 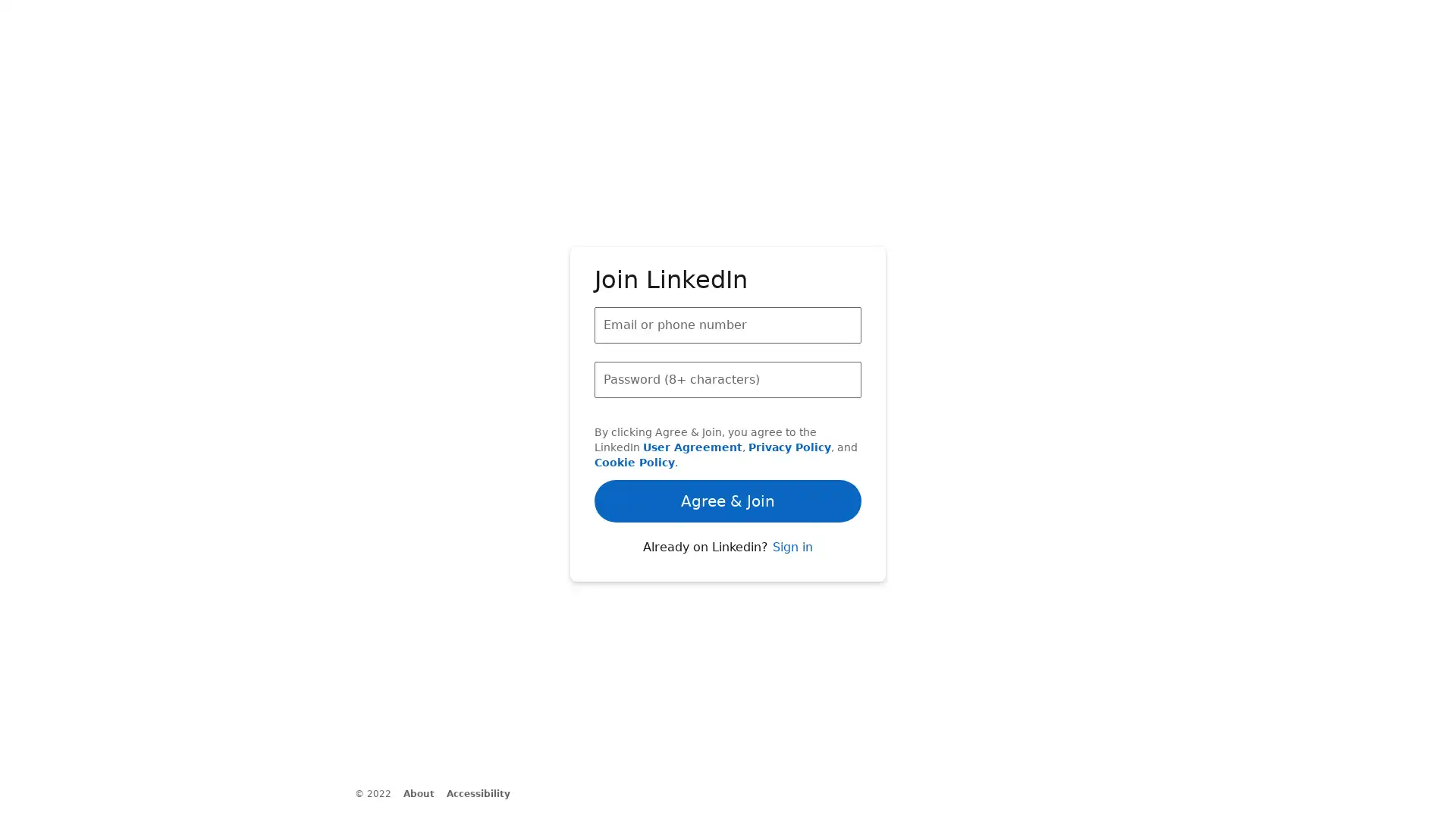 What do you see at coordinates (728, 450) in the screenshot?
I see `Agree & Join` at bounding box center [728, 450].